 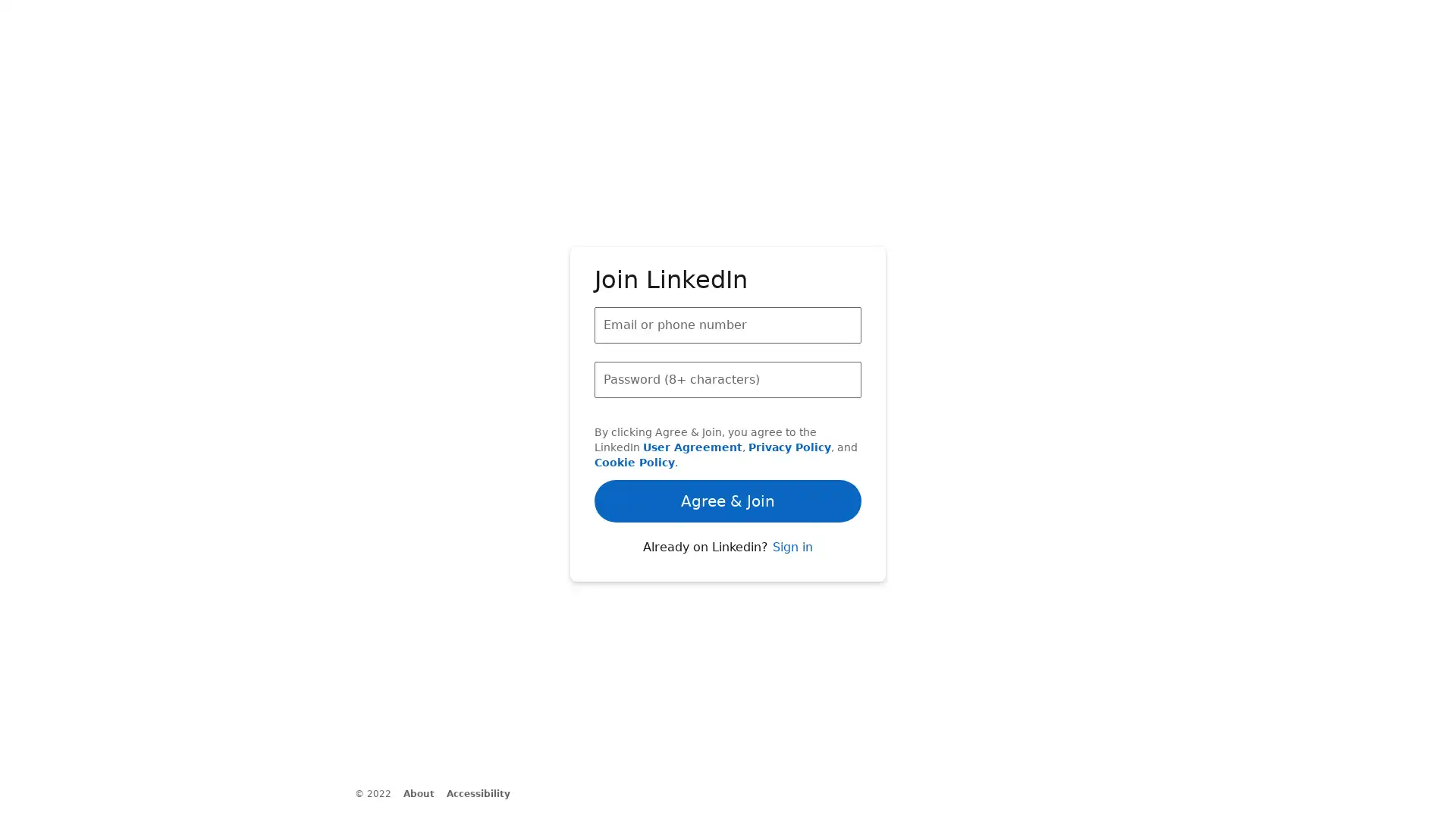 What do you see at coordinates (728, 450) in the screenshot?
I see `Agree & Join` at bounding box center [728, 450].